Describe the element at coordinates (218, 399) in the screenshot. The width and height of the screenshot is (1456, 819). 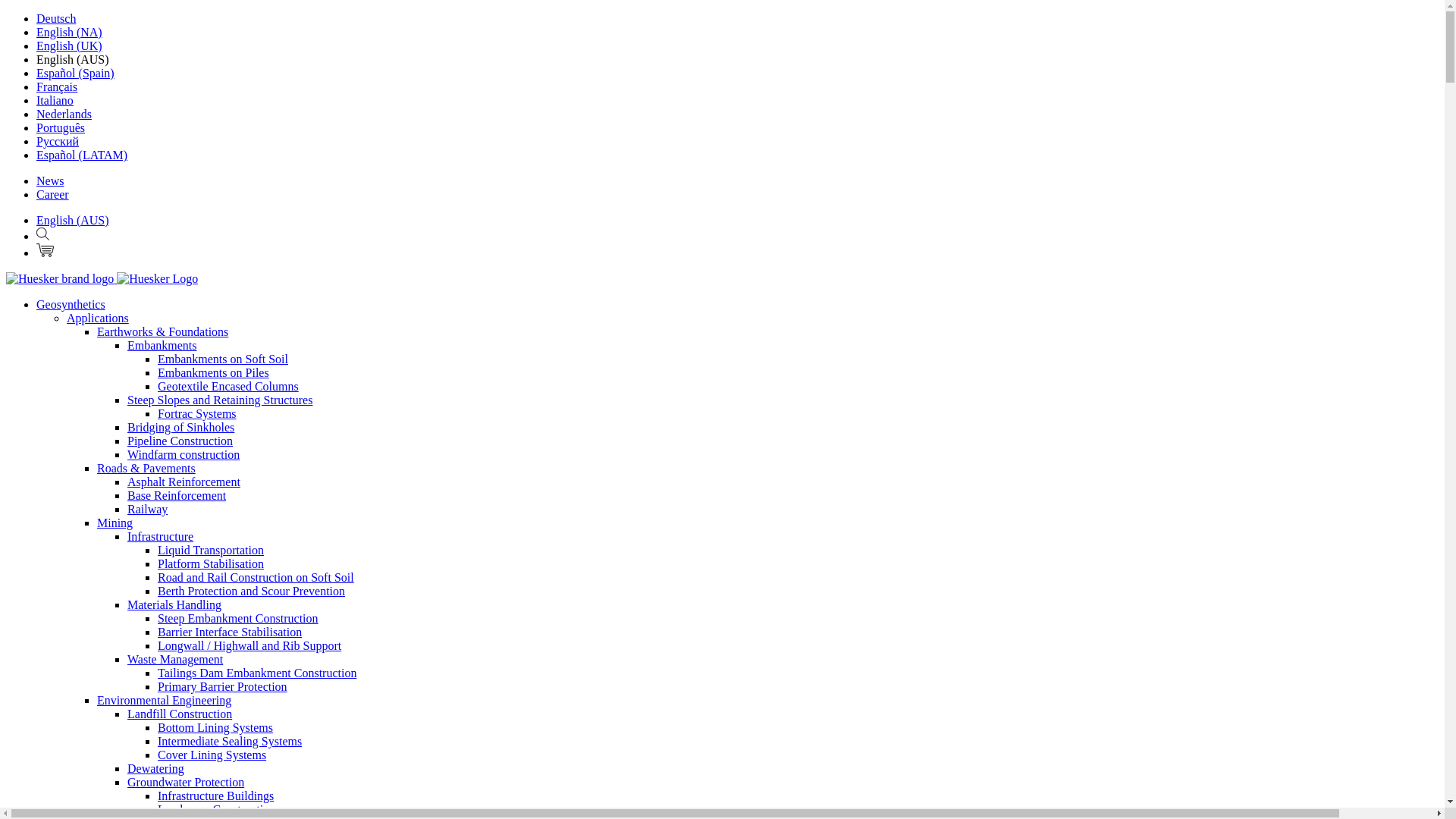
I see `'Steep Slopes and Retaining Structures'` at that location.